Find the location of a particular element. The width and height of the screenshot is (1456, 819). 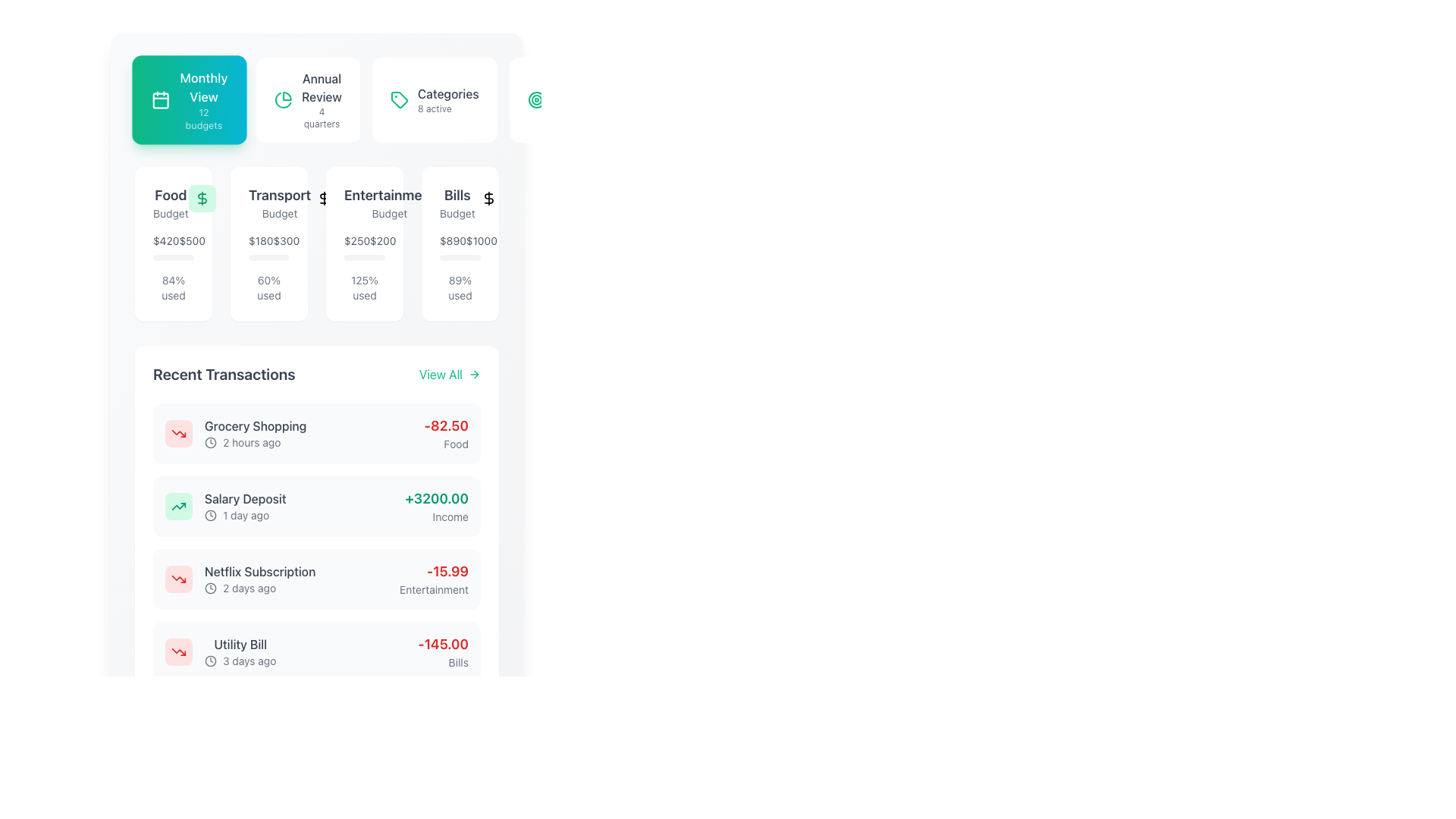

the small green icon resembling a label tag located to the left of the text 'Categories' in the button labeled 'Categories 8 active' is located at coordinates (399, 99).